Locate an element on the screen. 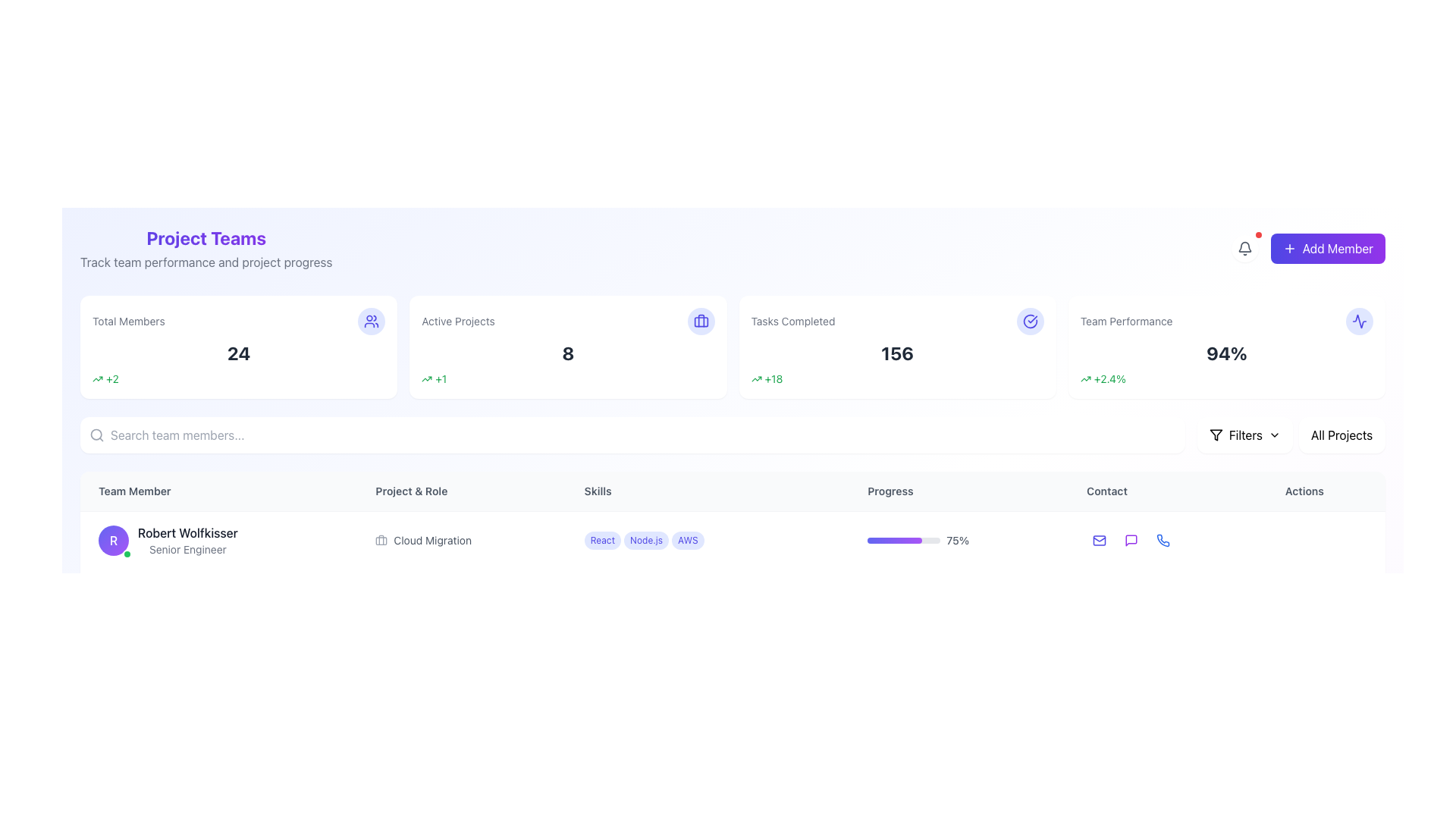  the blue phone icon in the 'Contact' column for 'Robert Wolfkisser' to initiate a phone call or reveal contact options is located at coordinates (1163, 540).